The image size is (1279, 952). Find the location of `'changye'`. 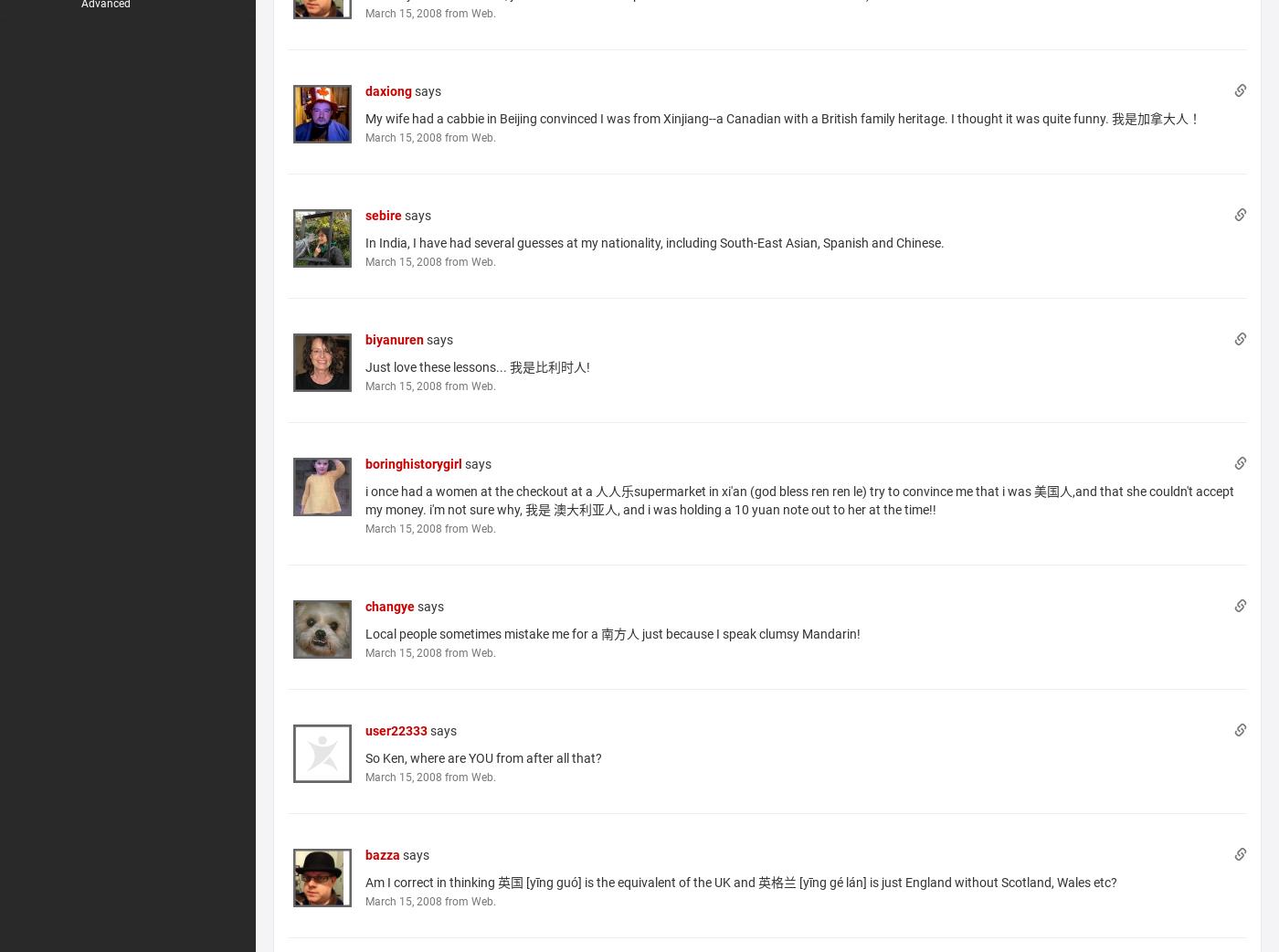

'changye' is located at coordinates (390, 606).